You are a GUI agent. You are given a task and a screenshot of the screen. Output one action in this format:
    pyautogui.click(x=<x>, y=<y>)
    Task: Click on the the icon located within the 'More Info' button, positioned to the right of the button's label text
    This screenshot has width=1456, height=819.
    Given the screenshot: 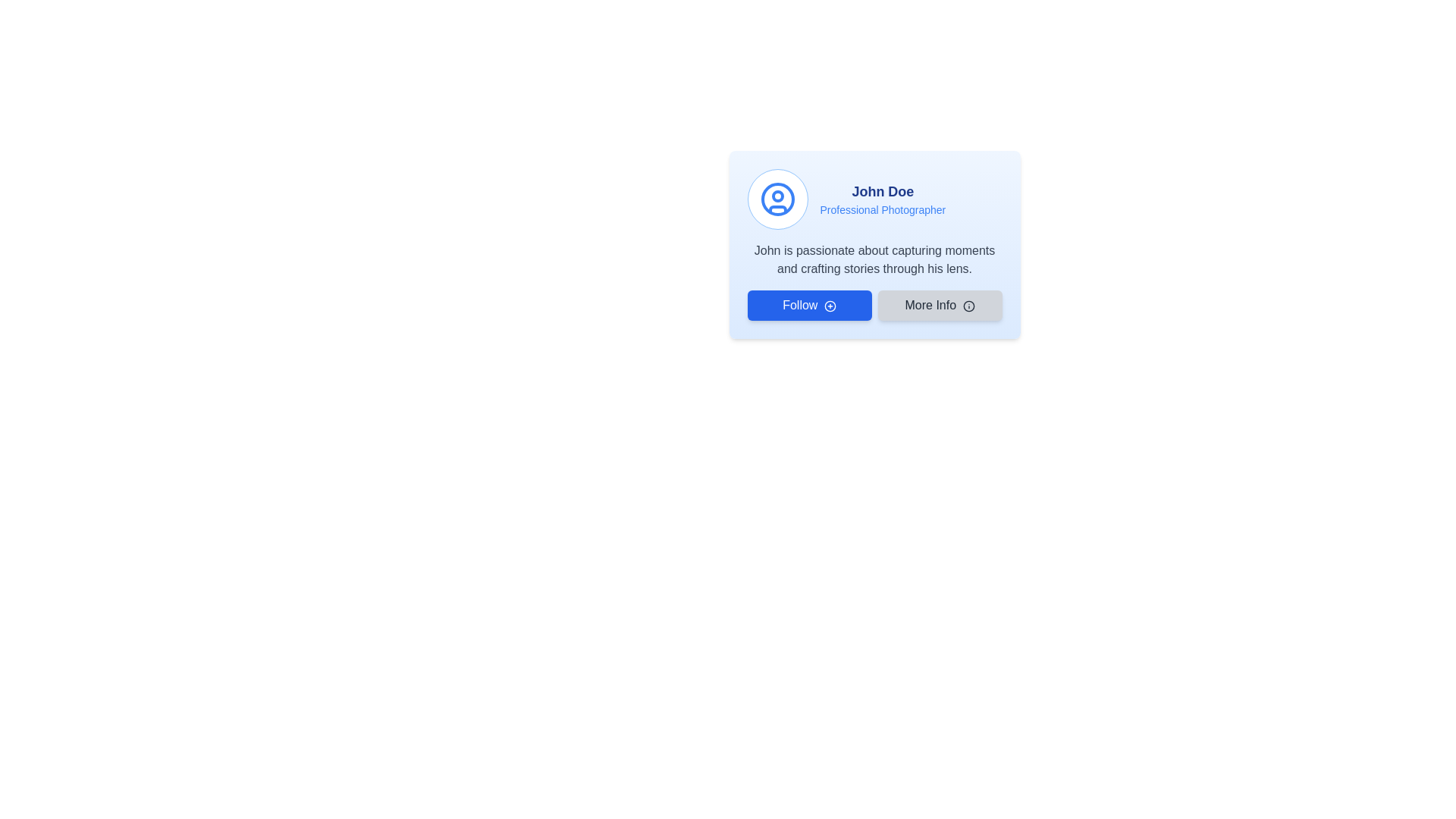 What is the action you would take?
    pyautogui.click(x=968, y=306)
    